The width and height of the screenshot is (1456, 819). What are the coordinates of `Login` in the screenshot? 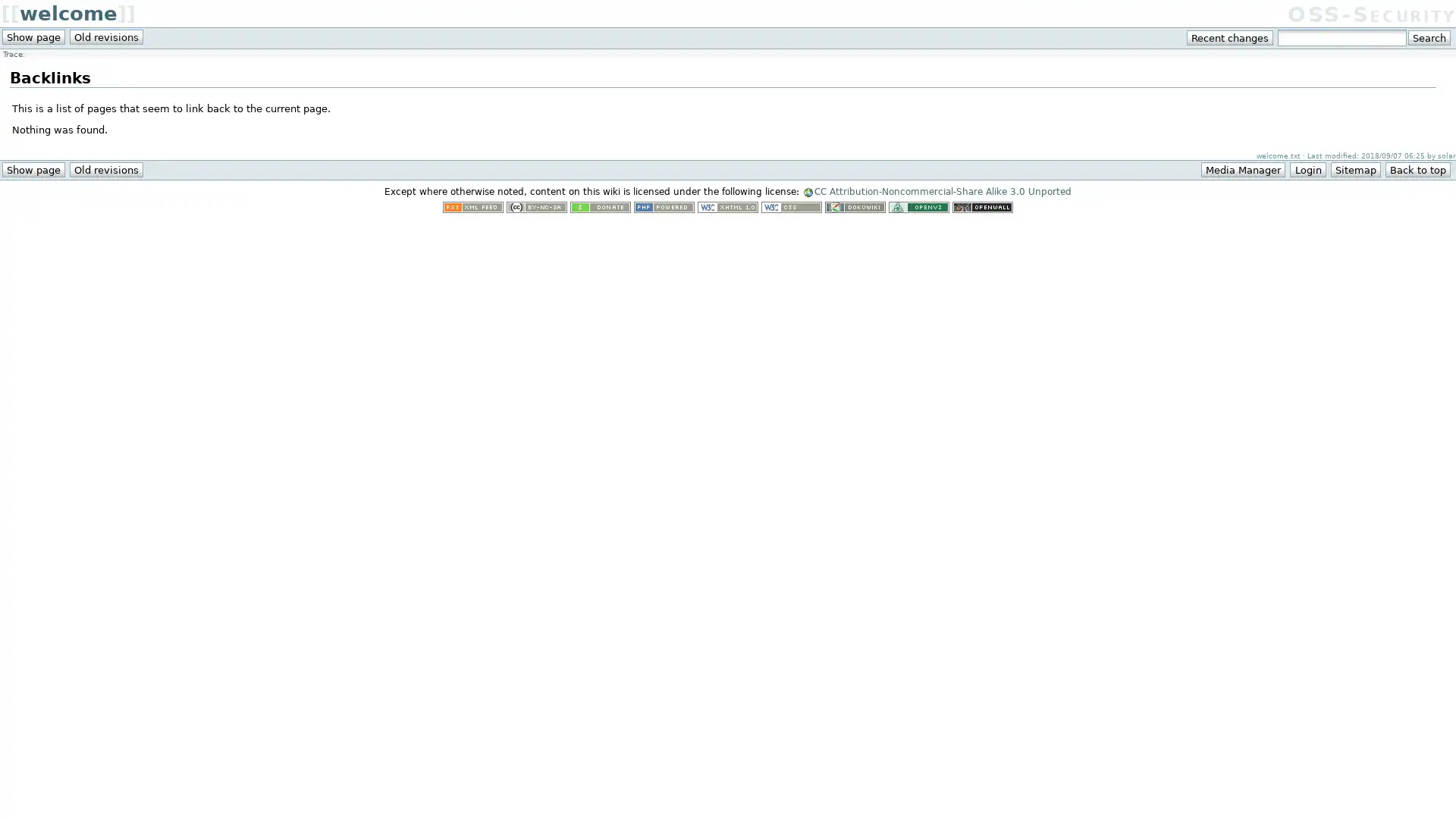 It's located at (1307, 169).